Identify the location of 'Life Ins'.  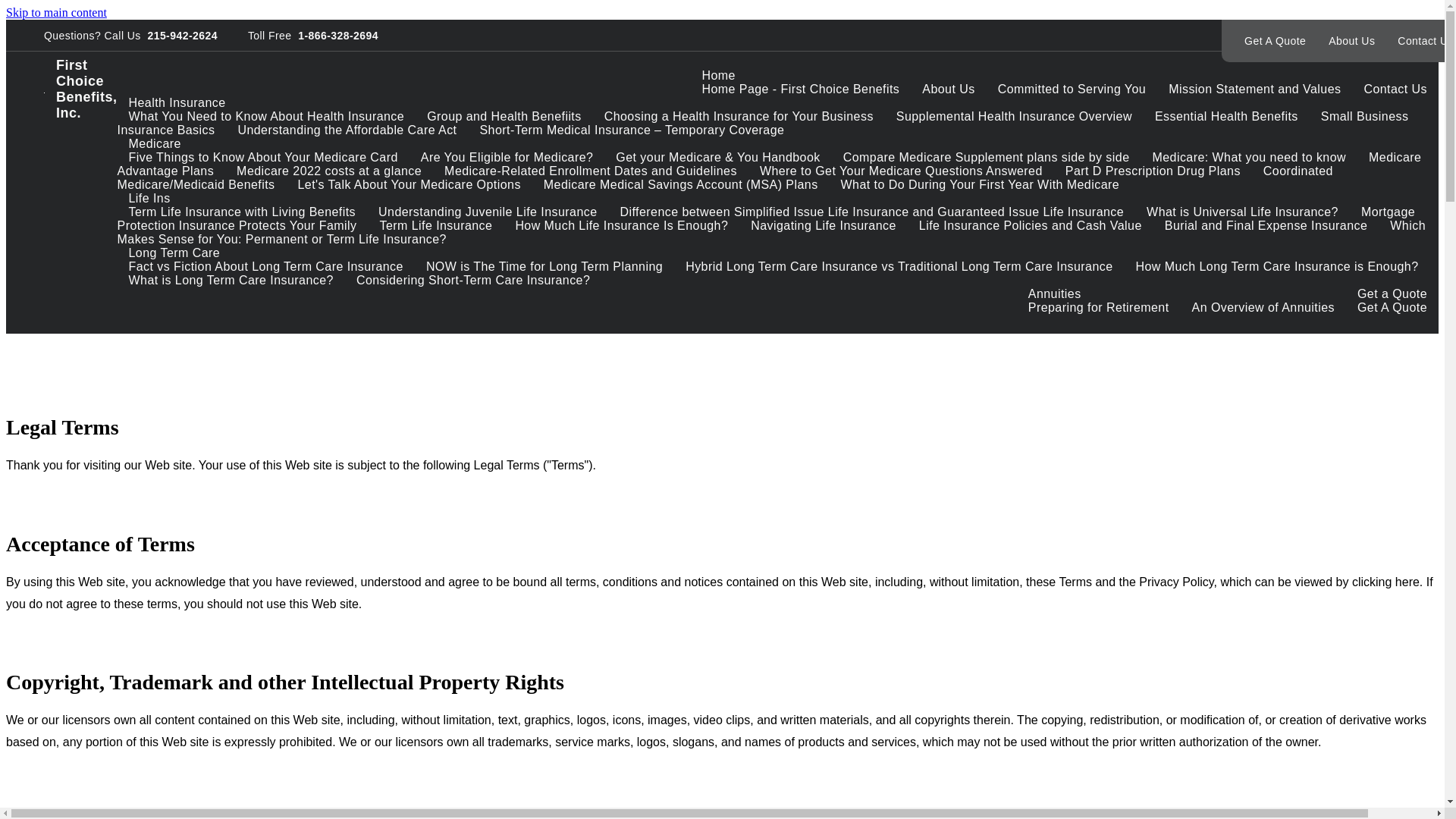
(116, 197).